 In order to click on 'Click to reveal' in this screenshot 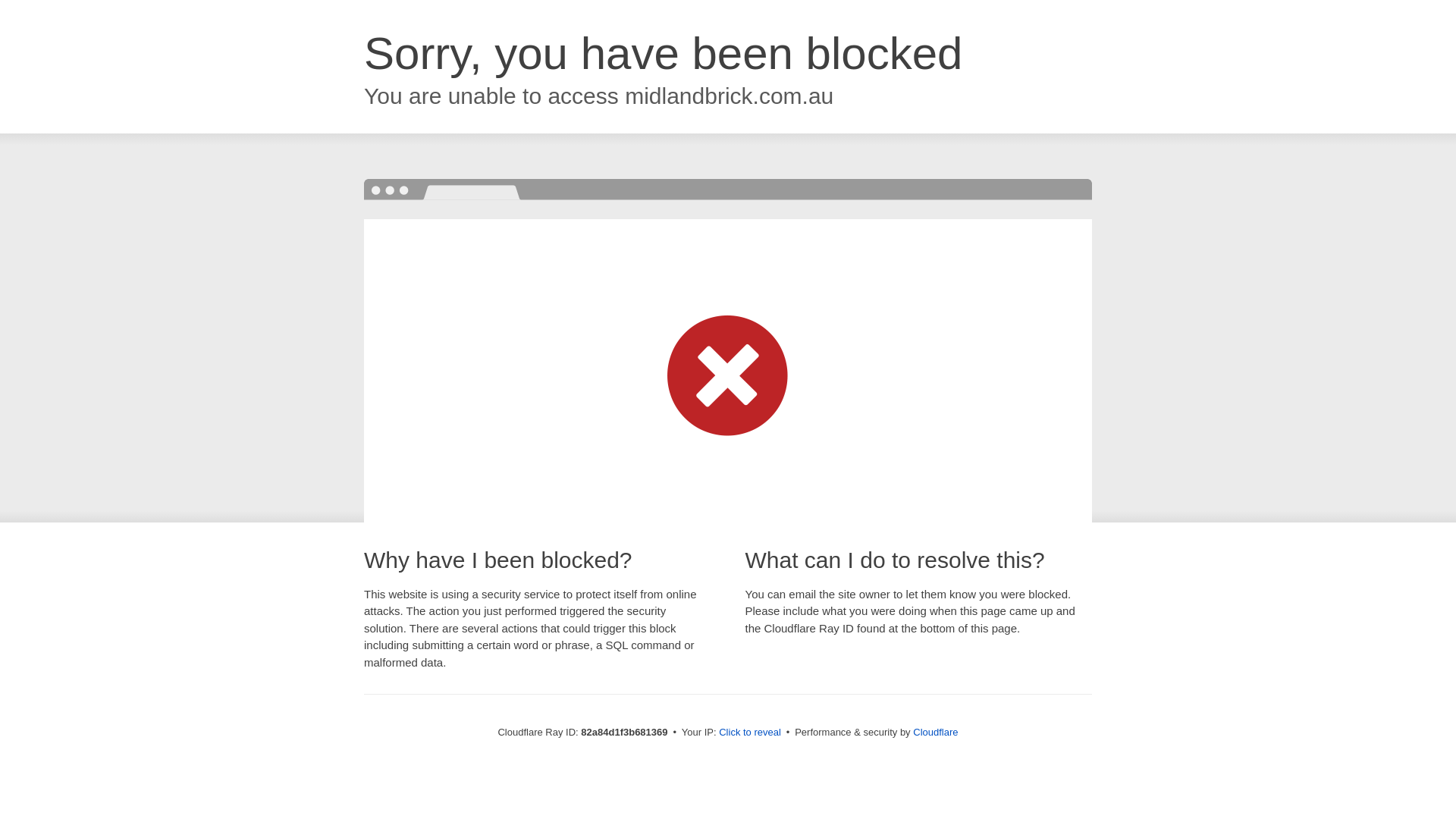, I will do `click(749, 731)`.